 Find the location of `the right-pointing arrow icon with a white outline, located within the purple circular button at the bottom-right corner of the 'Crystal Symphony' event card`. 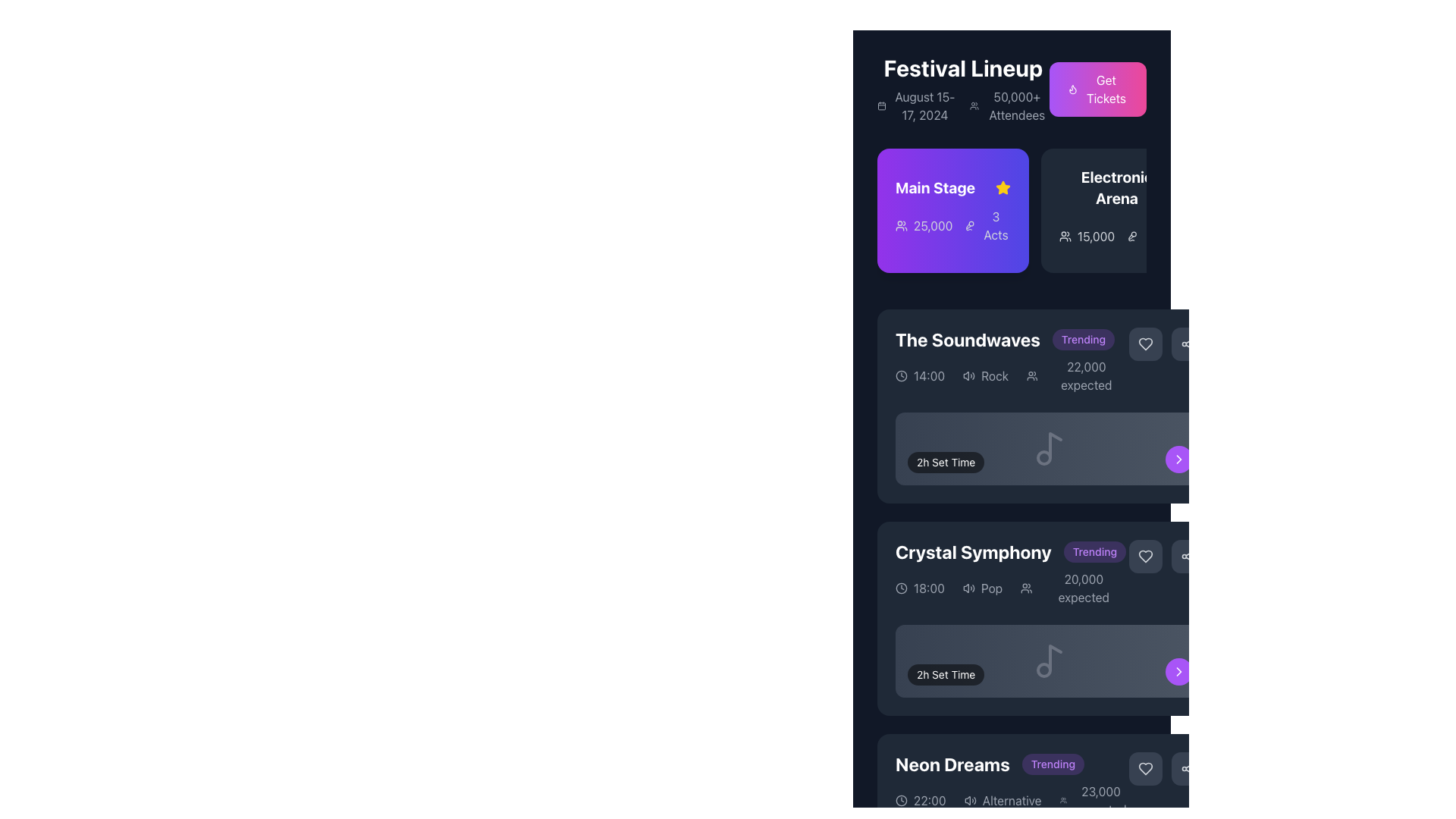

the right-pointing arrow icon with a white outline, located within the purple circular button at the bottom-right corner of the 'Crystal Symphony' event card is located at coordinates (1178, 458).